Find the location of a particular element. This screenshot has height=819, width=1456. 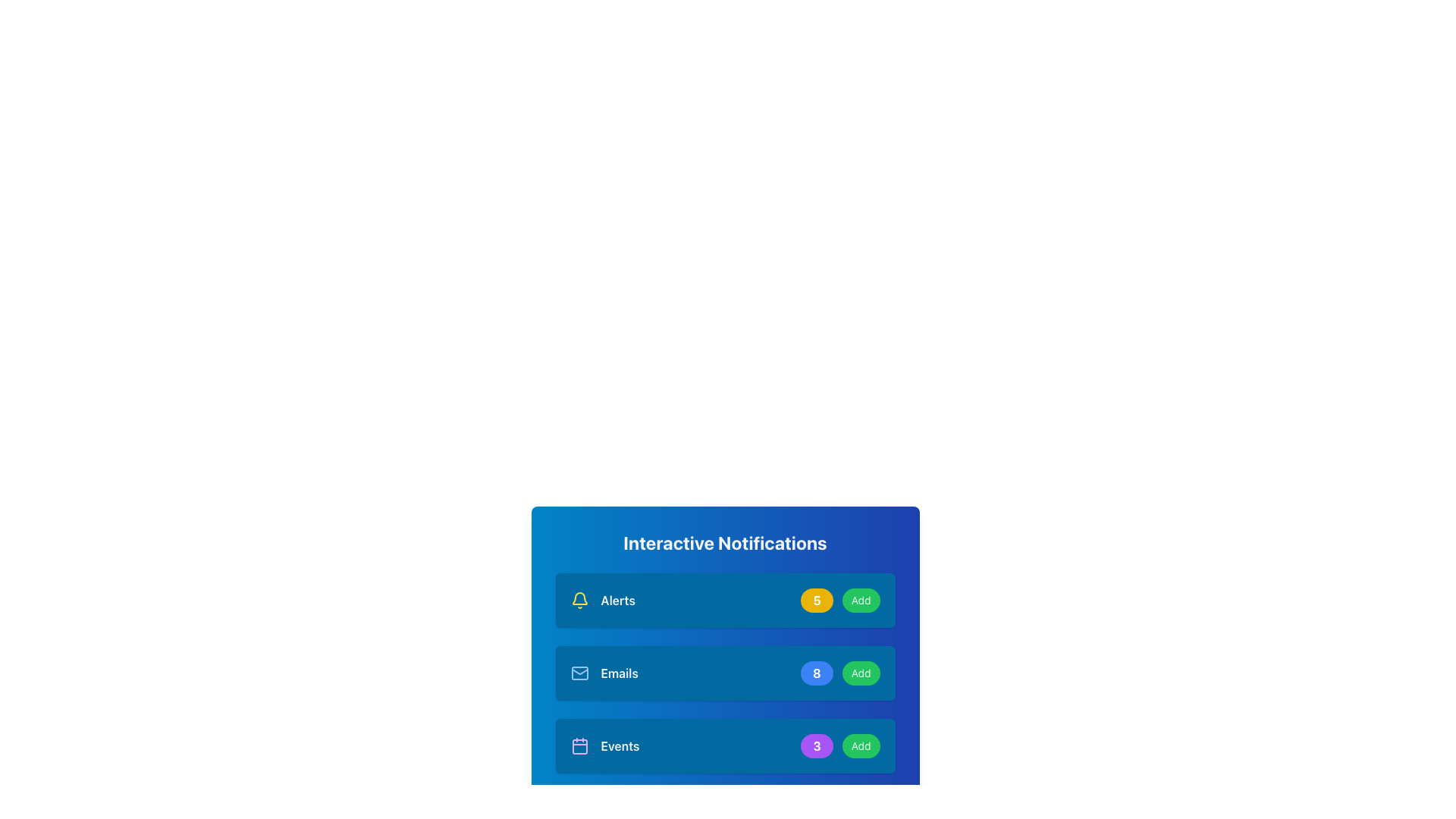

the button located in the first row of the list under the 'Interactive Notifications' panel, positioned to the right of a yellow circular badge with the text '5' is located at coordinates (860, 599).